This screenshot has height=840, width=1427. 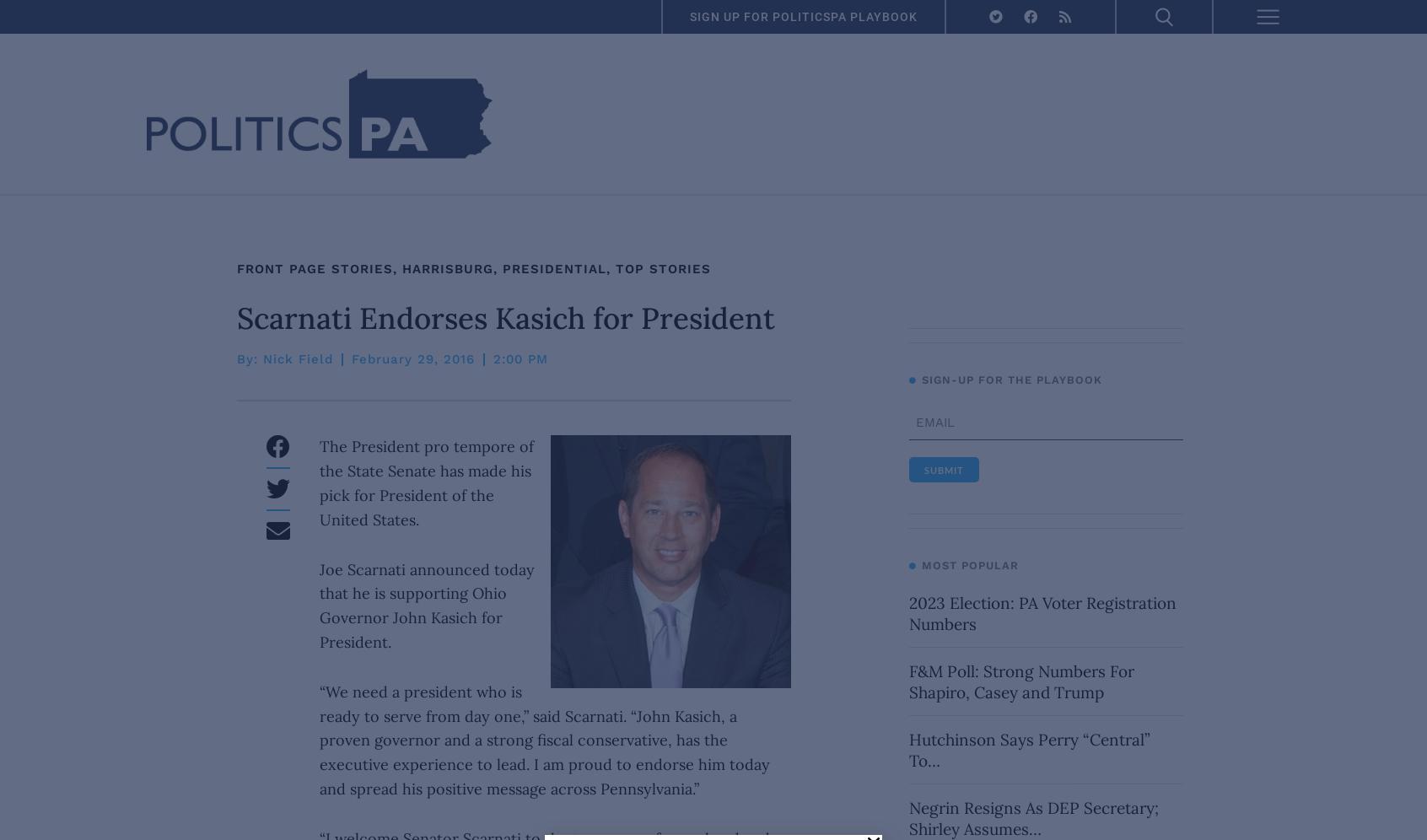 I want to click on 'Scarnati Endorses Kasich for President', so click(x=237, y=317).